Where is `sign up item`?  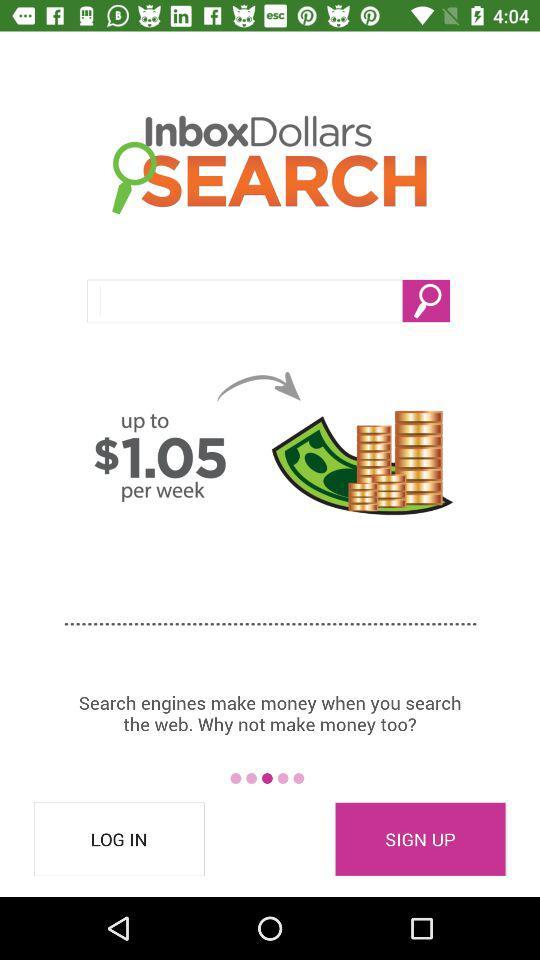
sign up item is located at coordinates (419, 839).